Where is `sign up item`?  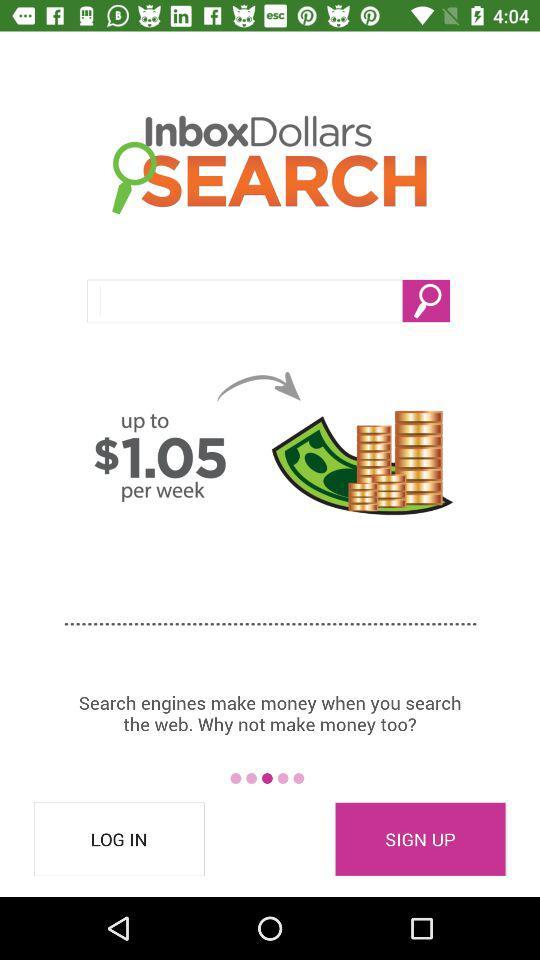
sign up item is located at coordinates (419, 839).